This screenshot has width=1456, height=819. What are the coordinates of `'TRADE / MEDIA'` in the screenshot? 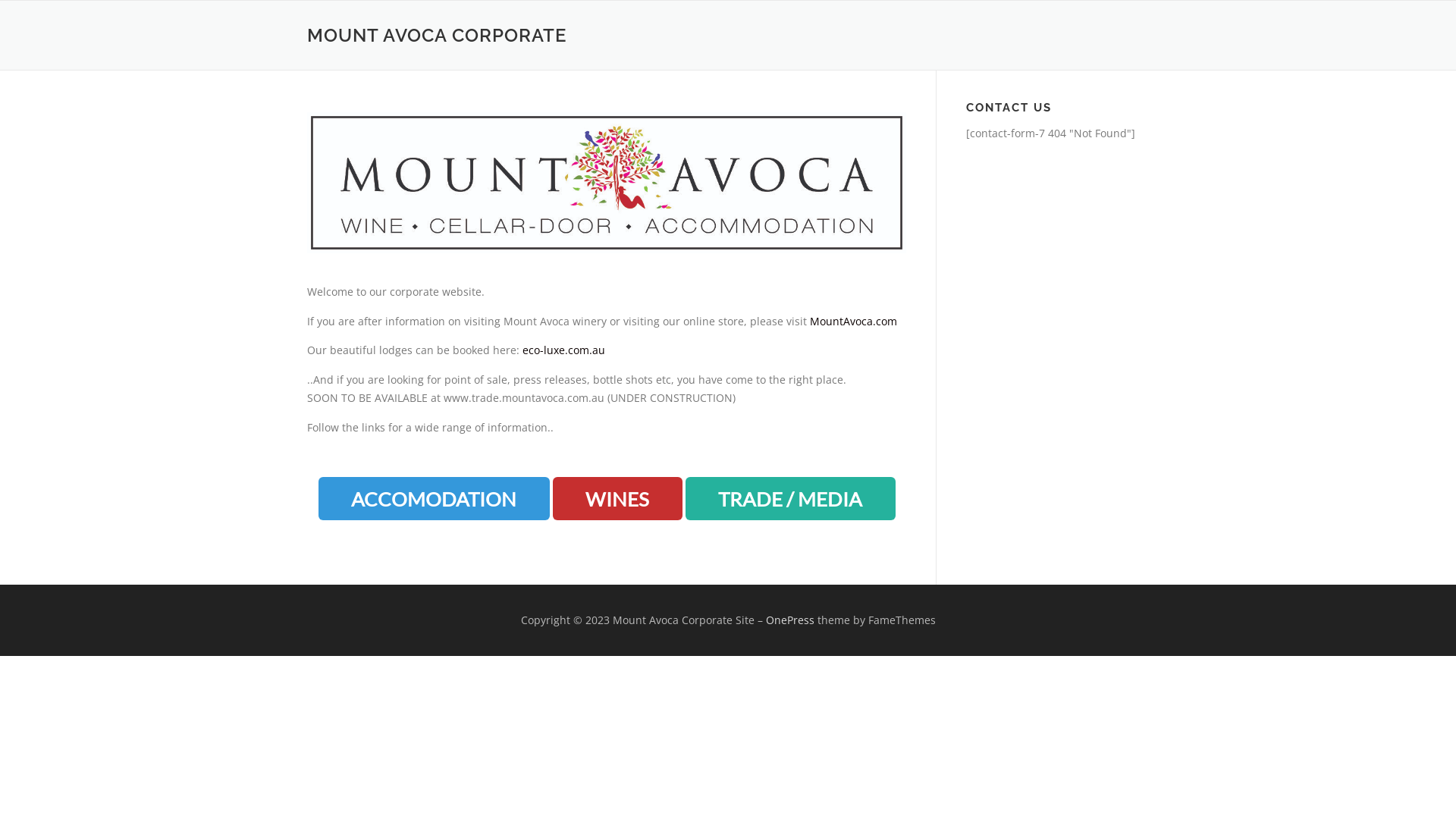 It's located at (789, 498).